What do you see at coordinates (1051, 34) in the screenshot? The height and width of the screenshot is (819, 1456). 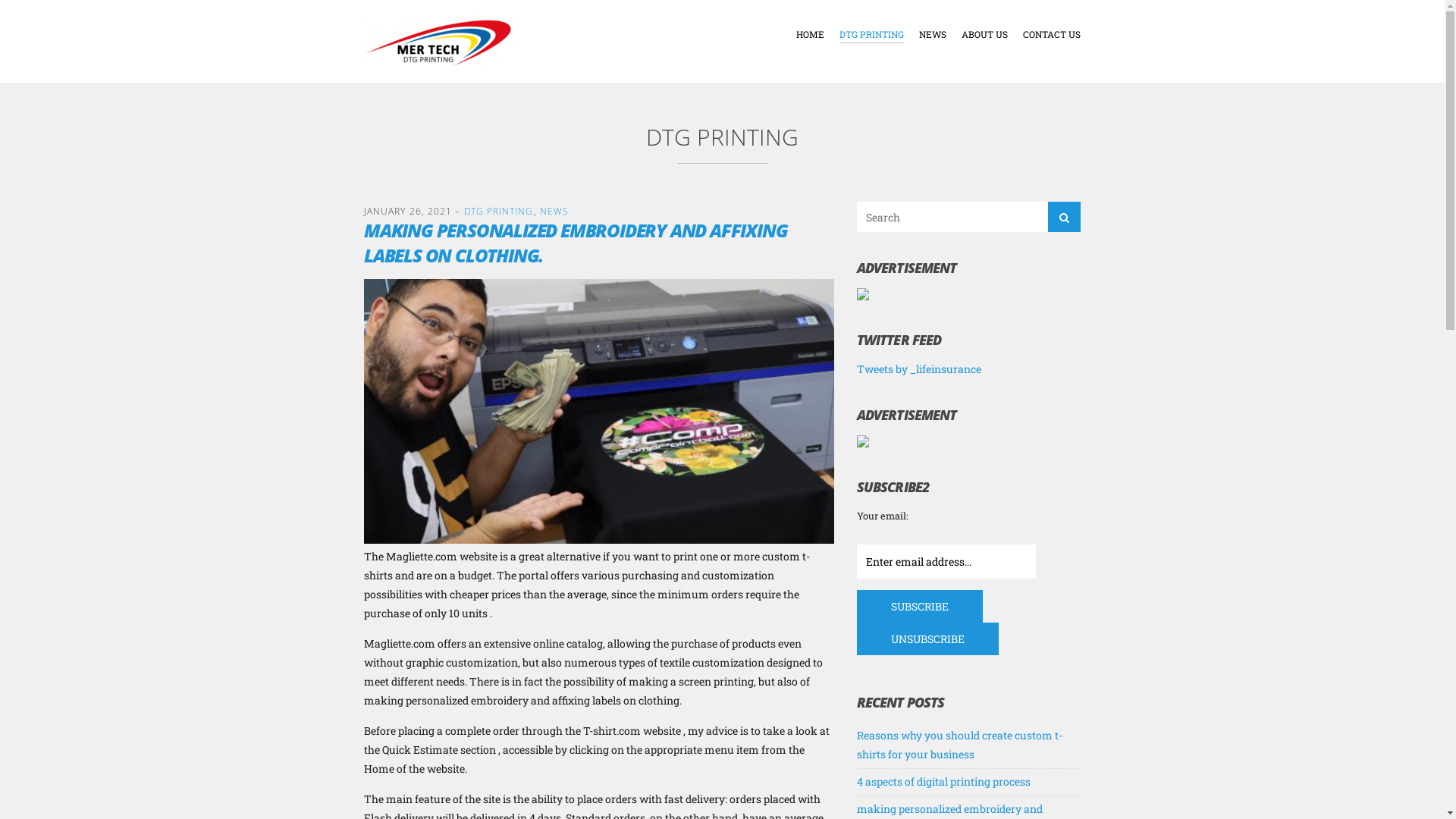 I see `'CONTACT US'` at bounding box center [1051, 34].